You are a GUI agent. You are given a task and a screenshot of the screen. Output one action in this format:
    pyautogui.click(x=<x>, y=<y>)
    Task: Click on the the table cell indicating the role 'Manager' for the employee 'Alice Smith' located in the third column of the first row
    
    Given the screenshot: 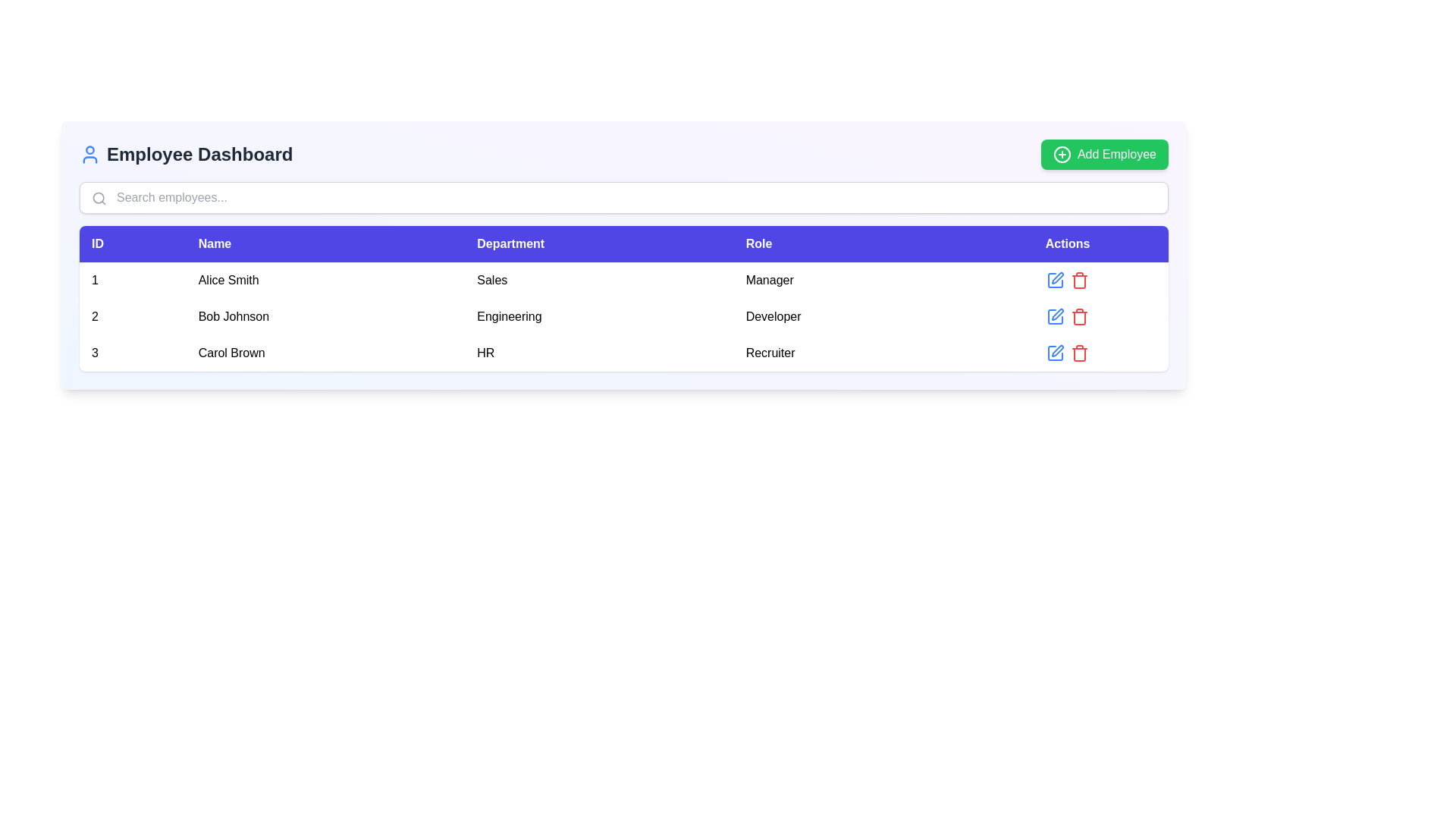 What is the action you would take?
    pyautogui.click(x=850, y=281)
    